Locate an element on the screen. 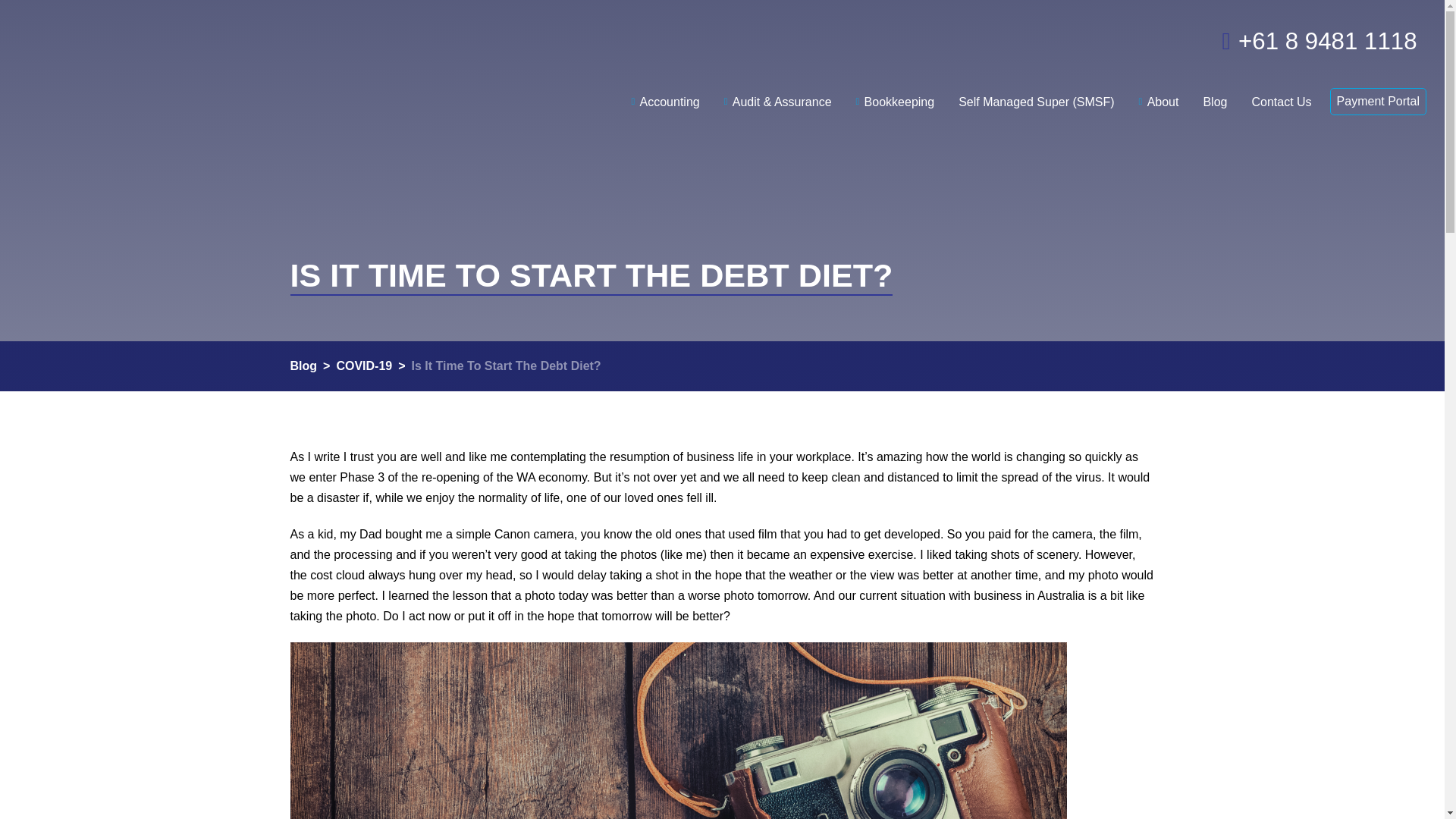 The height and width of the screenshot is (819, 1456). 'COVID-19' is located at coordinates (364, 366).